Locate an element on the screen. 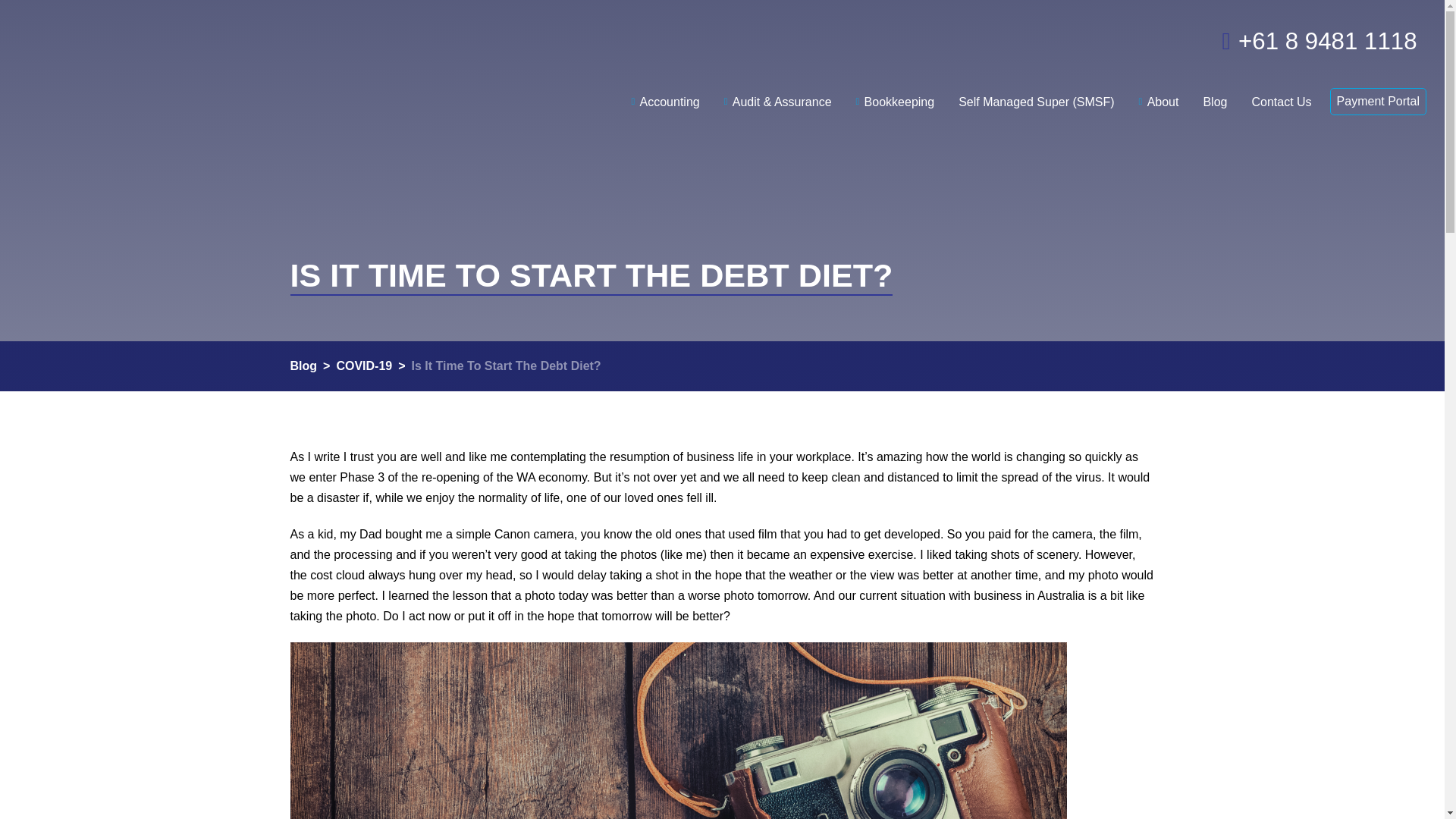 The height and width of the screenshot is (819, 1456). 'COVID-19' is located at coordinates (364, 366).